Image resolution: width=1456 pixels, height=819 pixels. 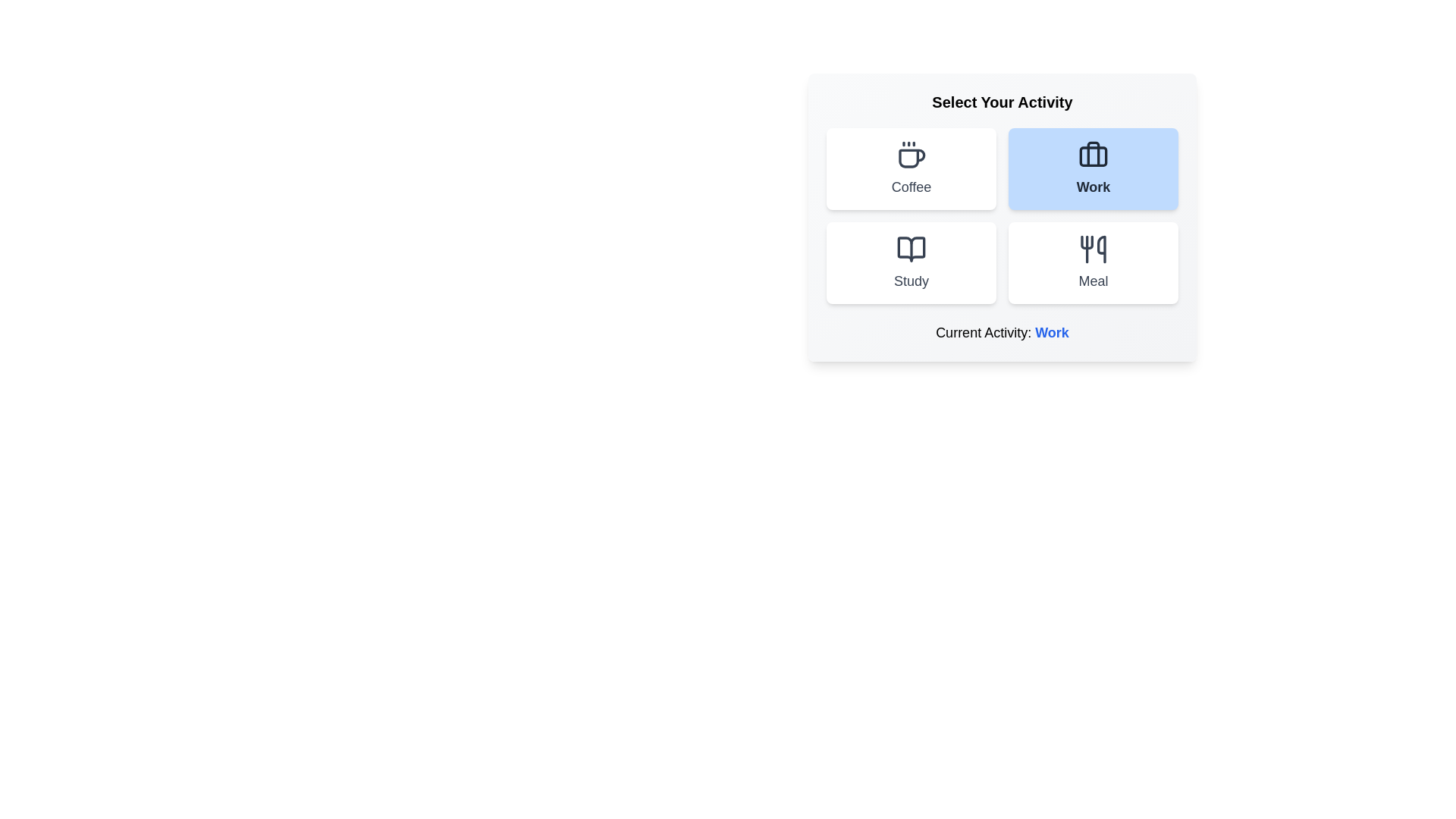 I want to click on the activity button labeled Coffee, so click(x=910, y=169).